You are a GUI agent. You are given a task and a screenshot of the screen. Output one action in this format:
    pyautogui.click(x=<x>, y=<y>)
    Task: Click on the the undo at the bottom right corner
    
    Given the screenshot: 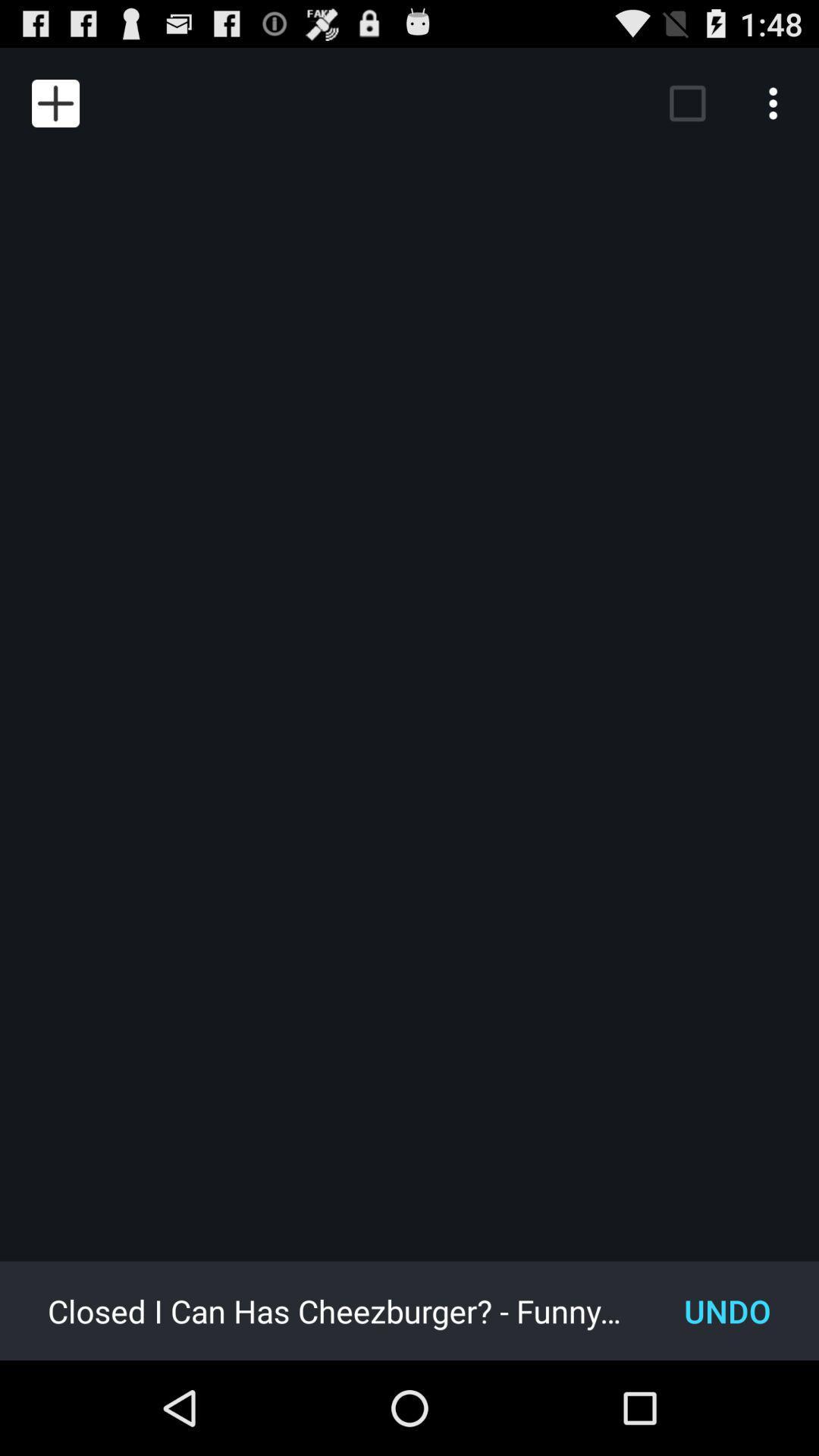 What is the action you would take?
    pyautogui.click(x=726, y=1310)
    